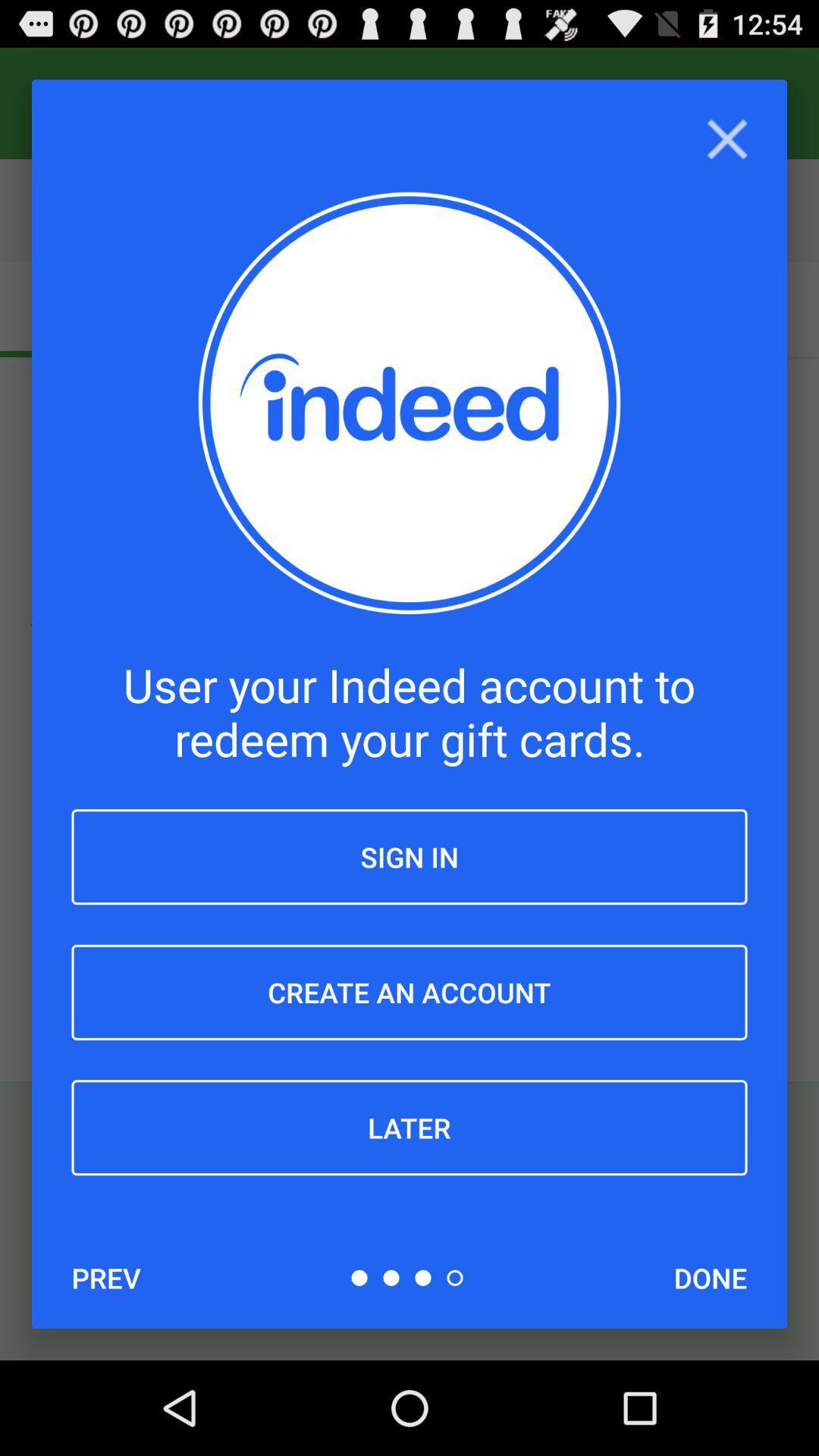  Describe the element at coordinates (711, 1277) in the screenshot. I see `done icon` at that location.